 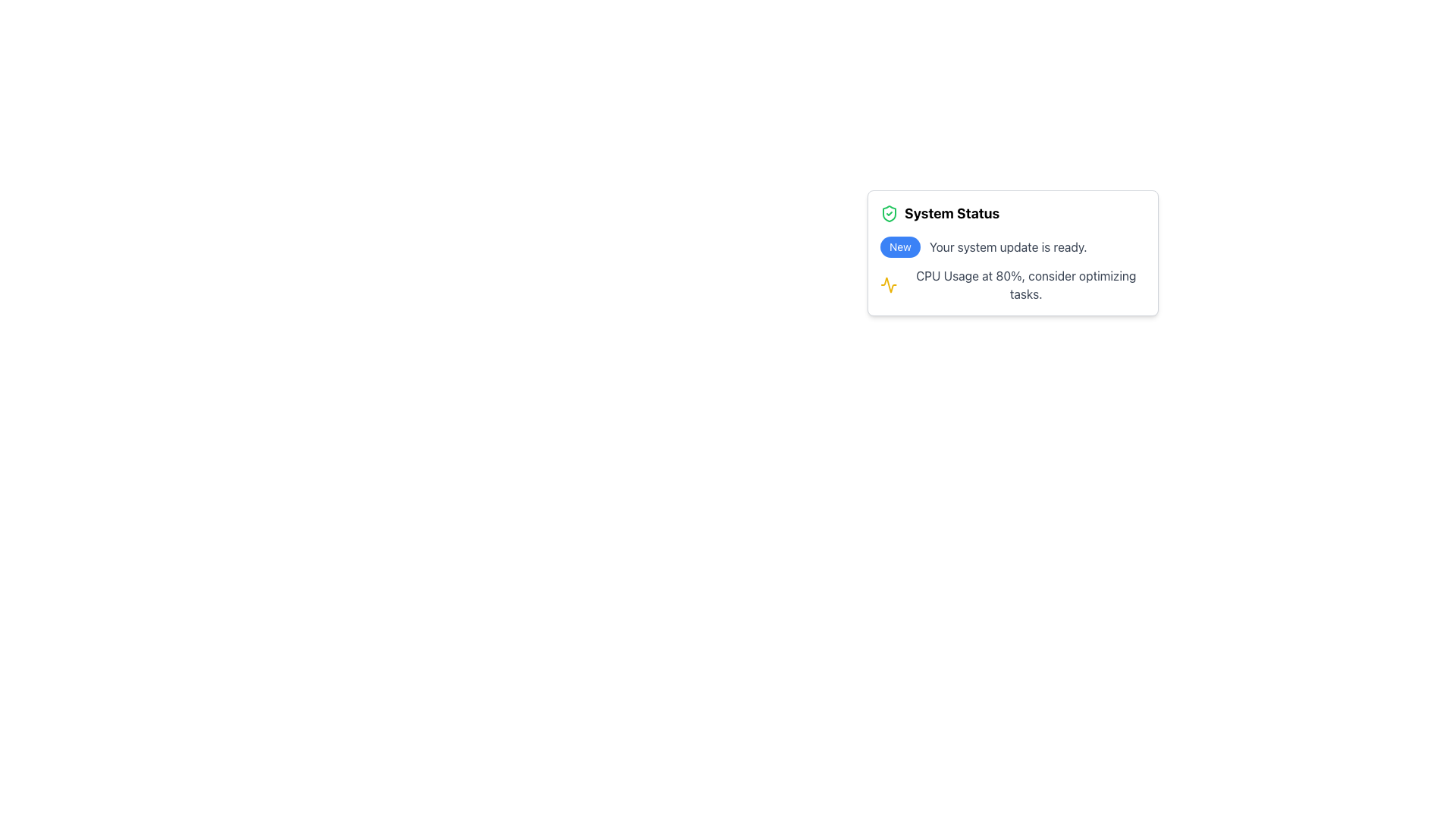 What do you see at coordinates (900, 246) in the screenshot?
I see `the informational badge indicating new or recently updated information located to the left of the text 'Your system update is ready.'` at bounding box center [900, 246].